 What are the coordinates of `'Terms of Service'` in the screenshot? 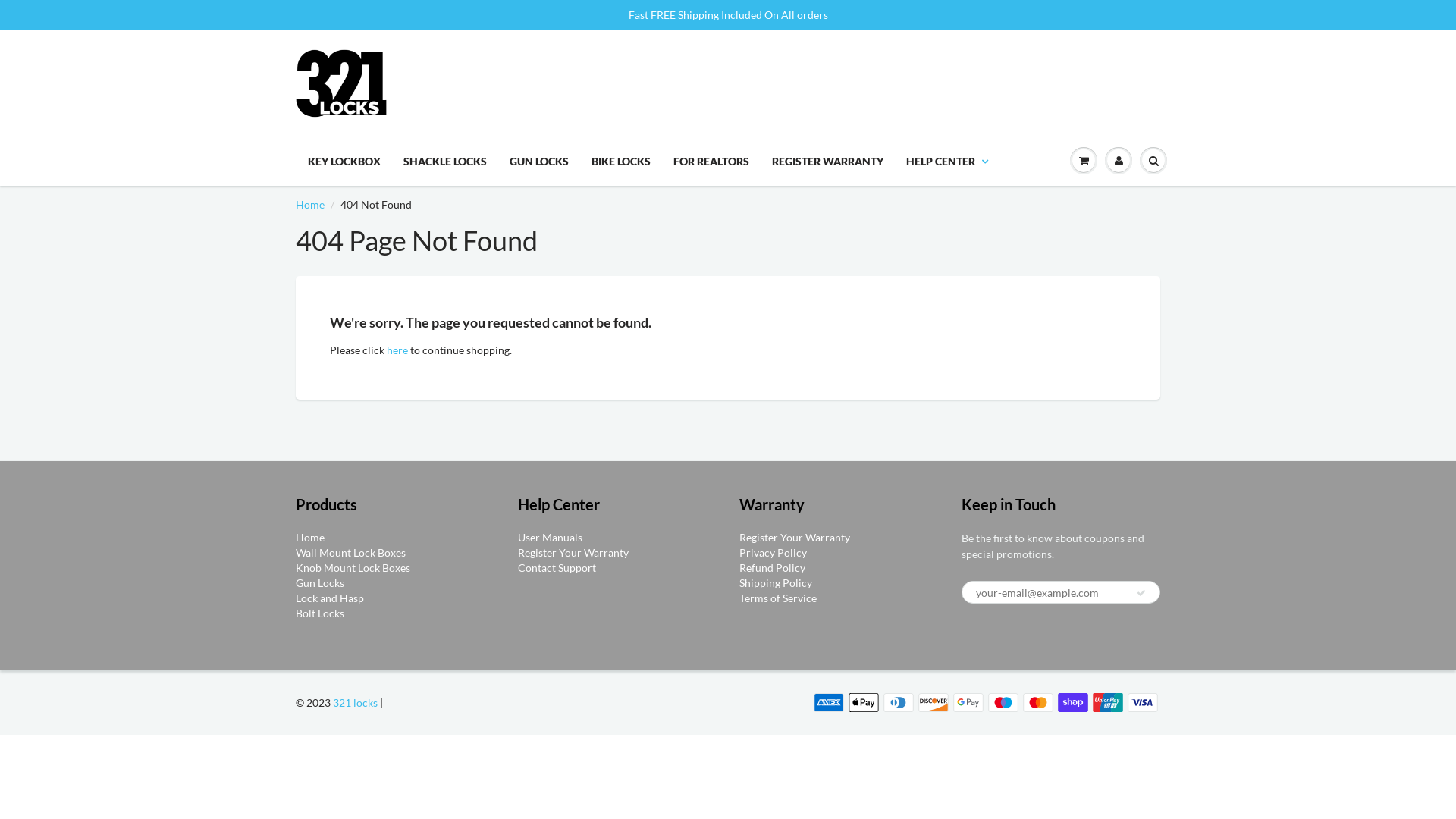 It's located at (778, 597).